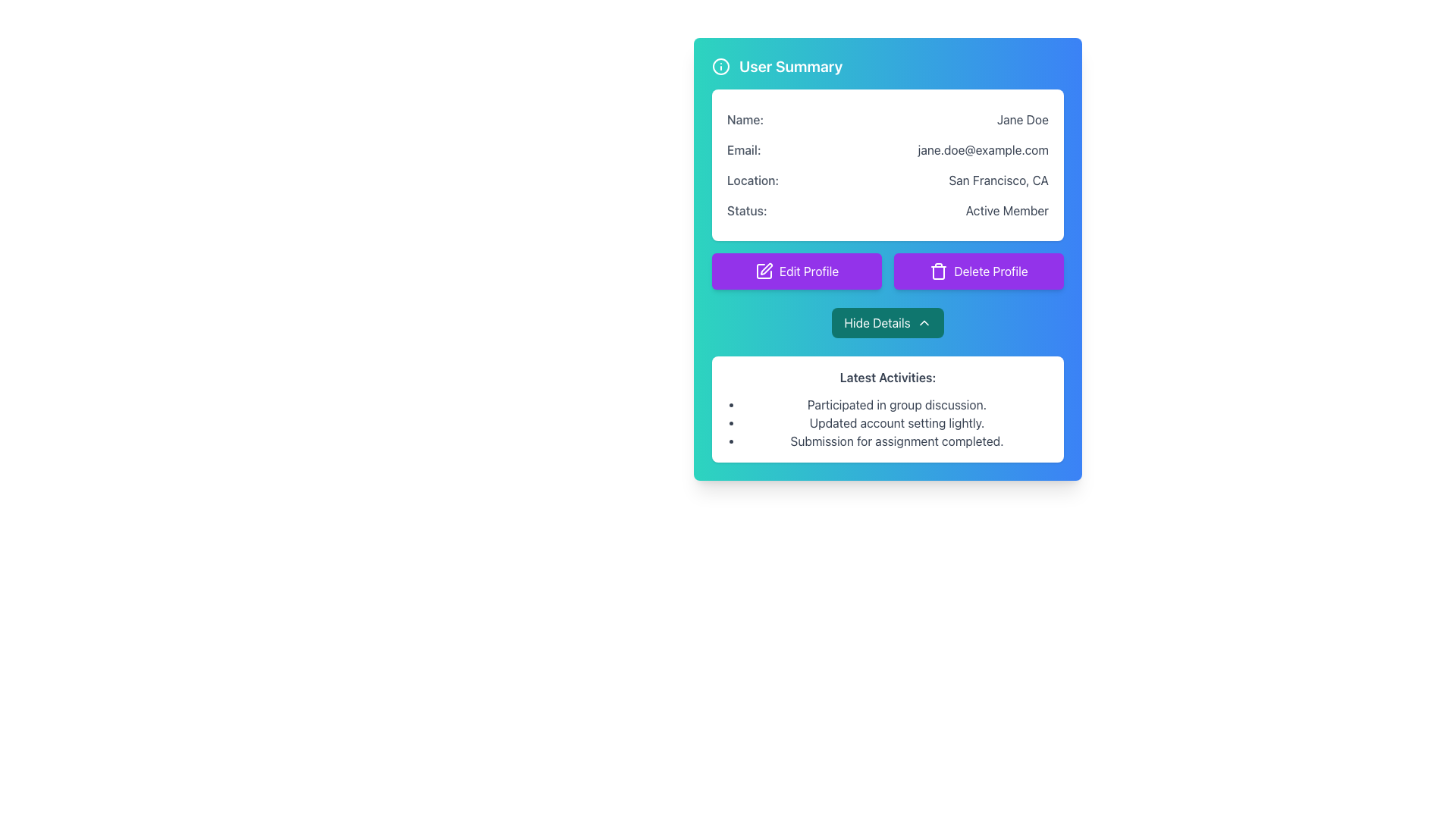 The height and width of the screenshot is (819, 1456). I want to click on the third bullet point in the 'Latest Activities' section that states 'Submission for assignment completed.', so click(896, 441).